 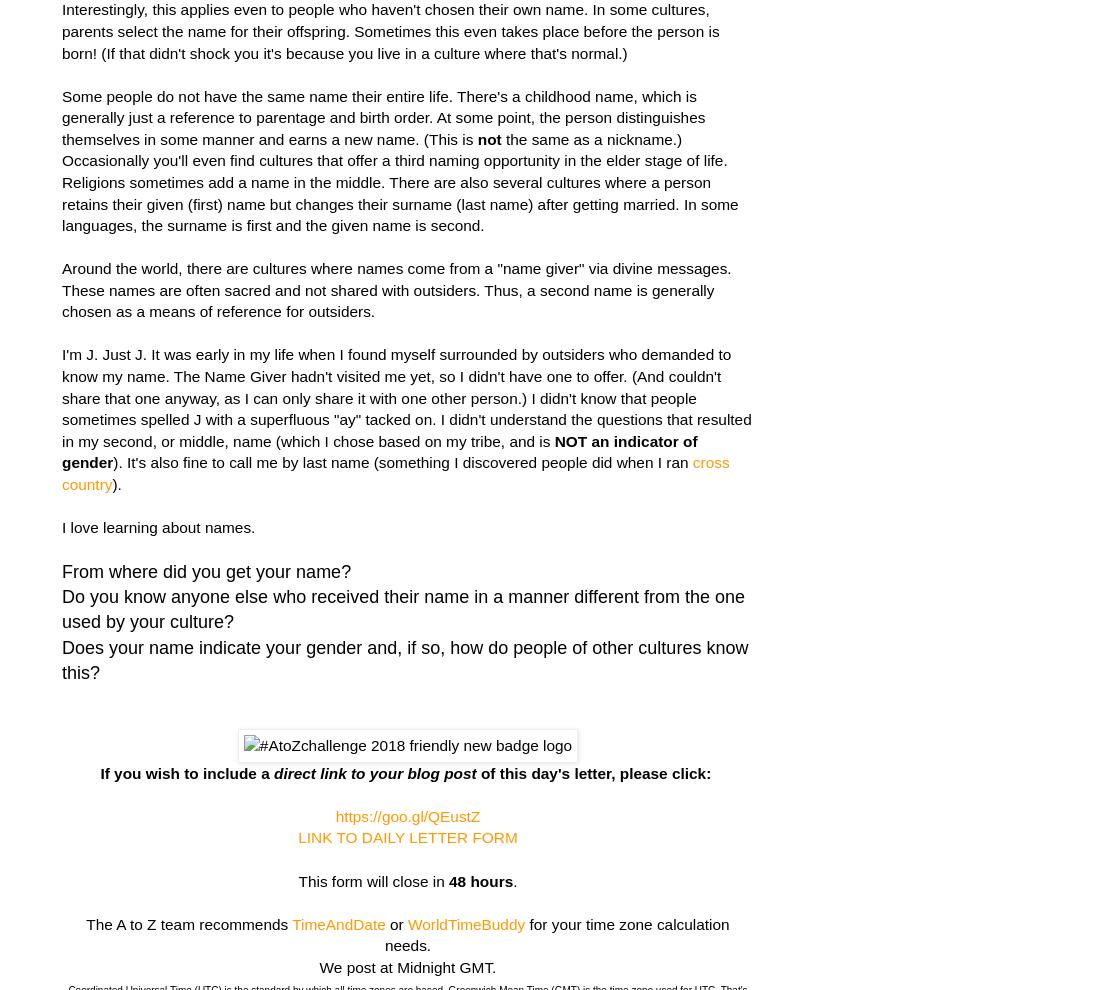 What do you see at coordinates (401, 462) in the screenshot?
I see `'). It's also fine to call me by last name (something I discovered people did when I ran'` at bounding box center [401, 462].